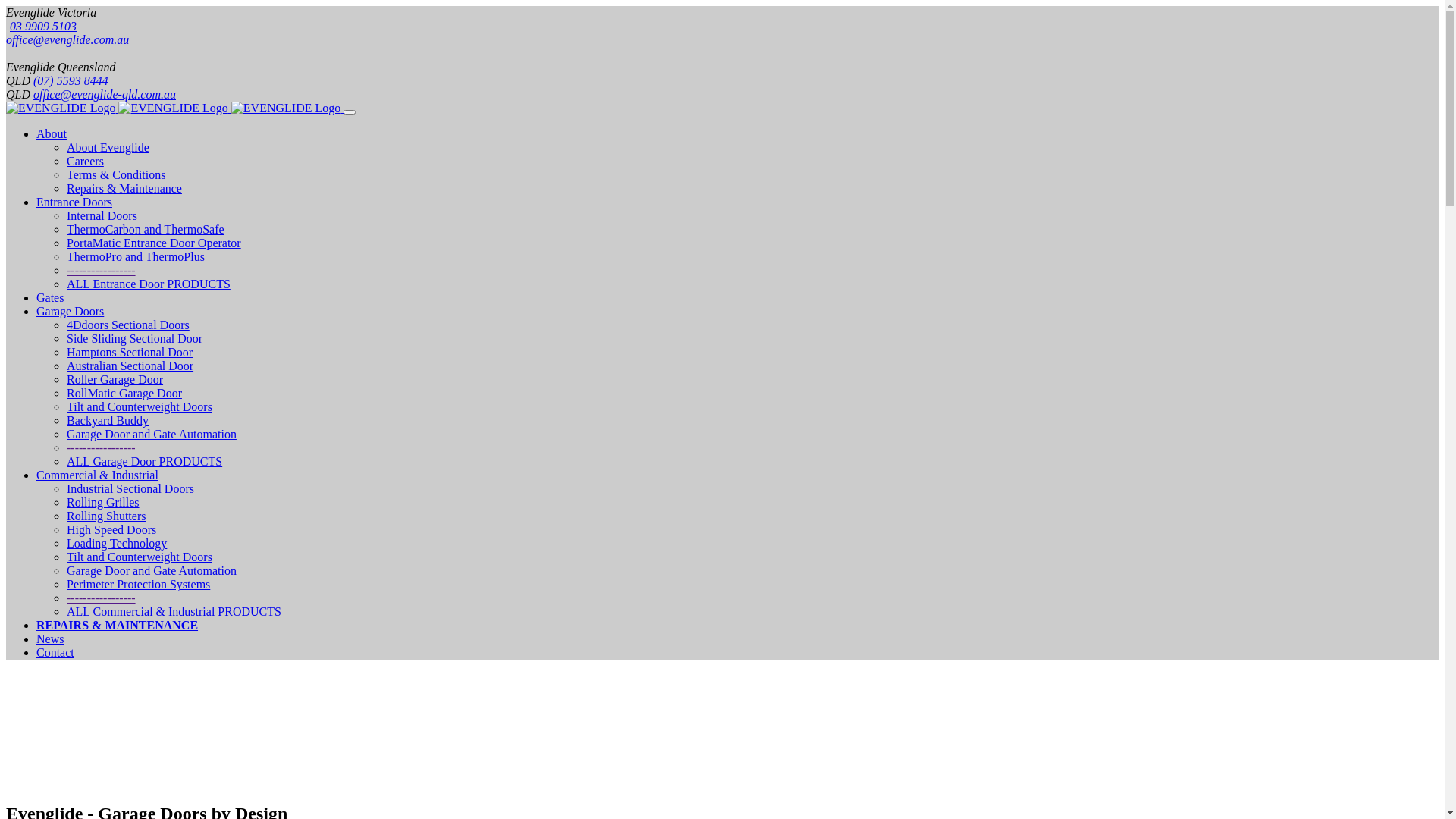 Image resolution: width=1456 pixels, height=819 pixels. I want to click on 'ThermoPro and ThermoPlus', so click(65, 256).